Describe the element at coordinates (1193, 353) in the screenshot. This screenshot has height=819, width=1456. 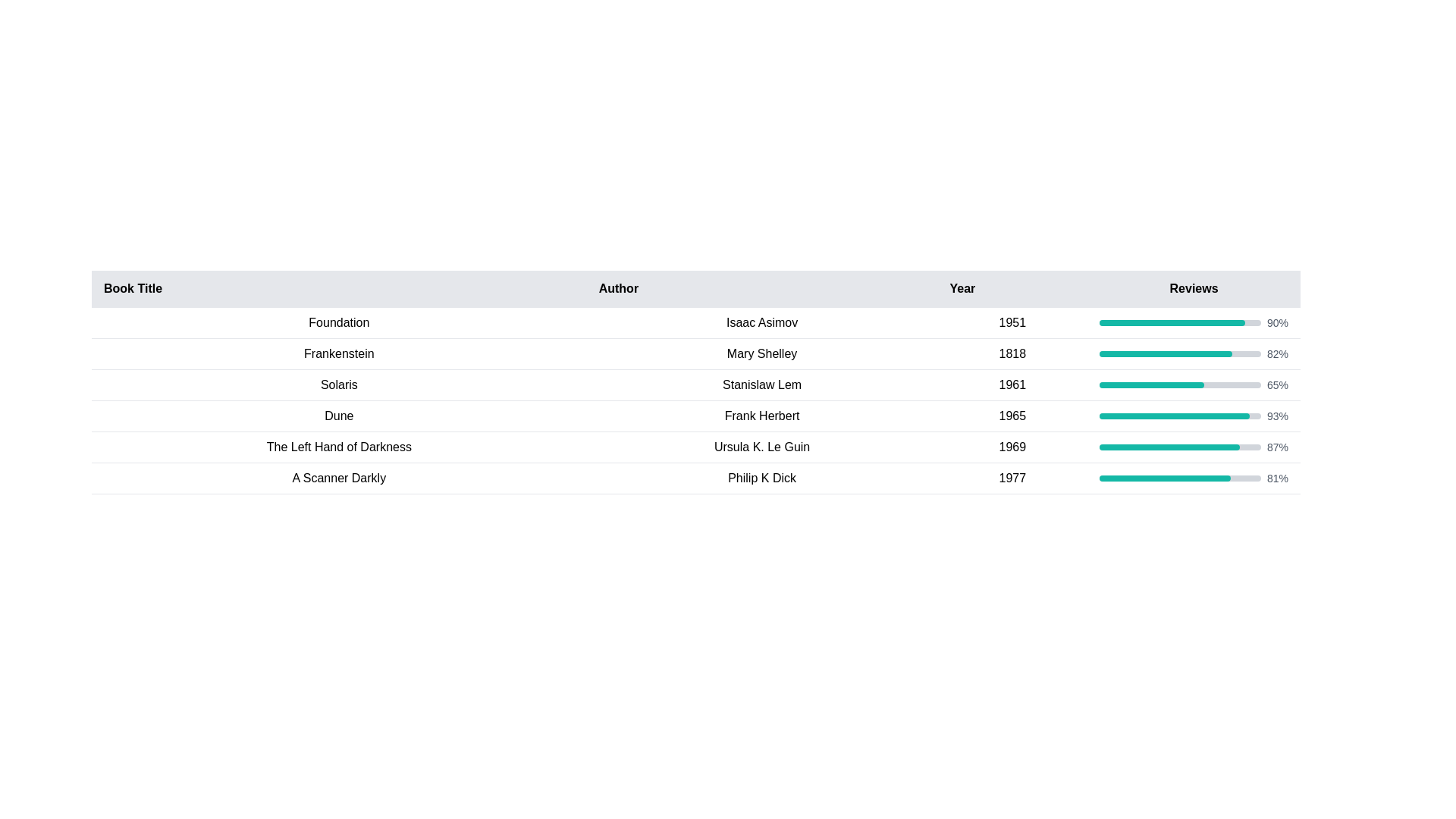
I see `the teal progress bar with rounded edges that indicates 82% completion, located in the fourth row under the 'Reviews' column, adjacent to the '1818' text in the 'Year' column` at that location.